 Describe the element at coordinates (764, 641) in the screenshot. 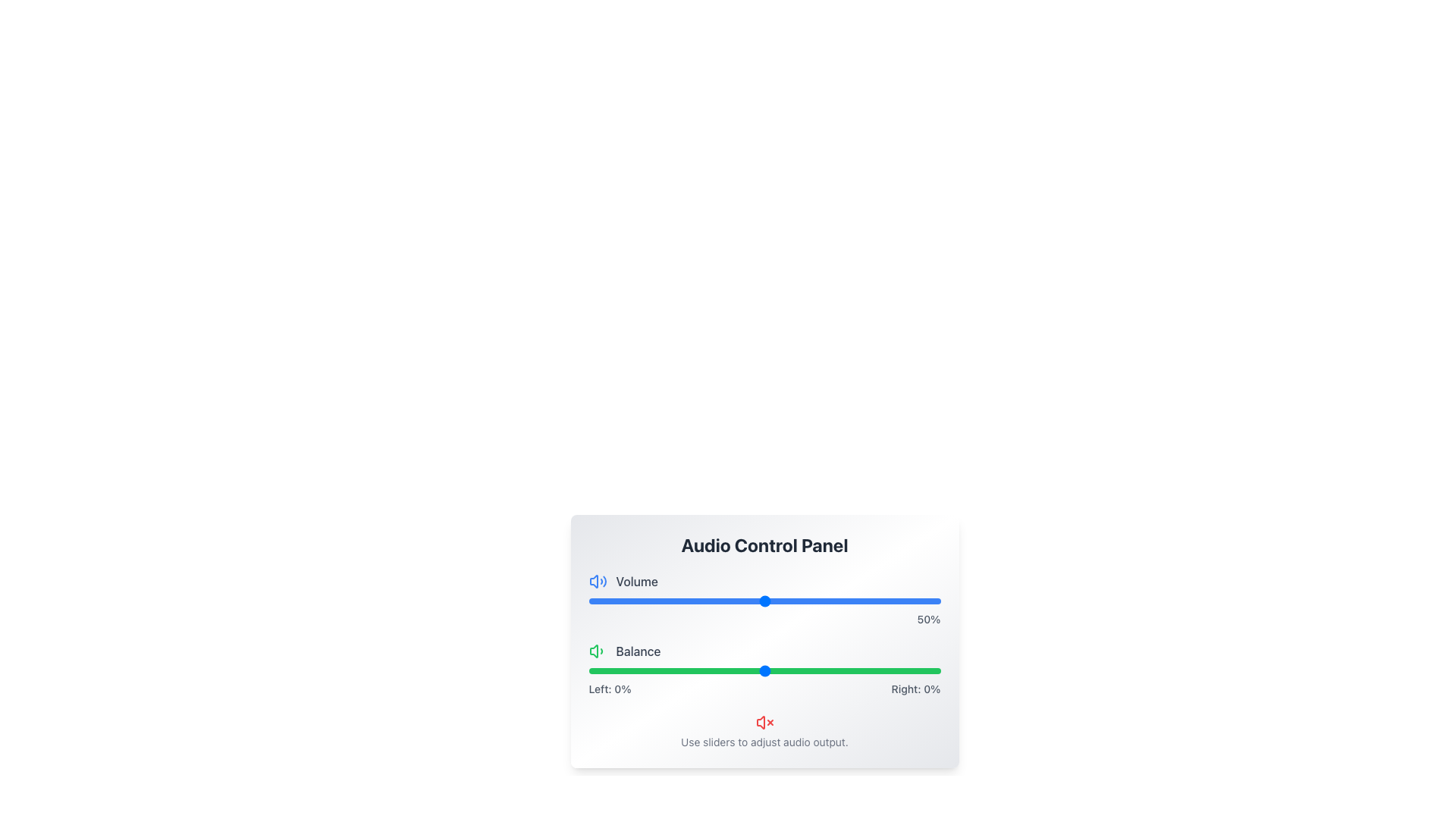

I see `the numerical feedback on the Interactive Panel, which features a gradient background, rounded corners, and contains 'Volume' and 'Balance' sliders` at that location.